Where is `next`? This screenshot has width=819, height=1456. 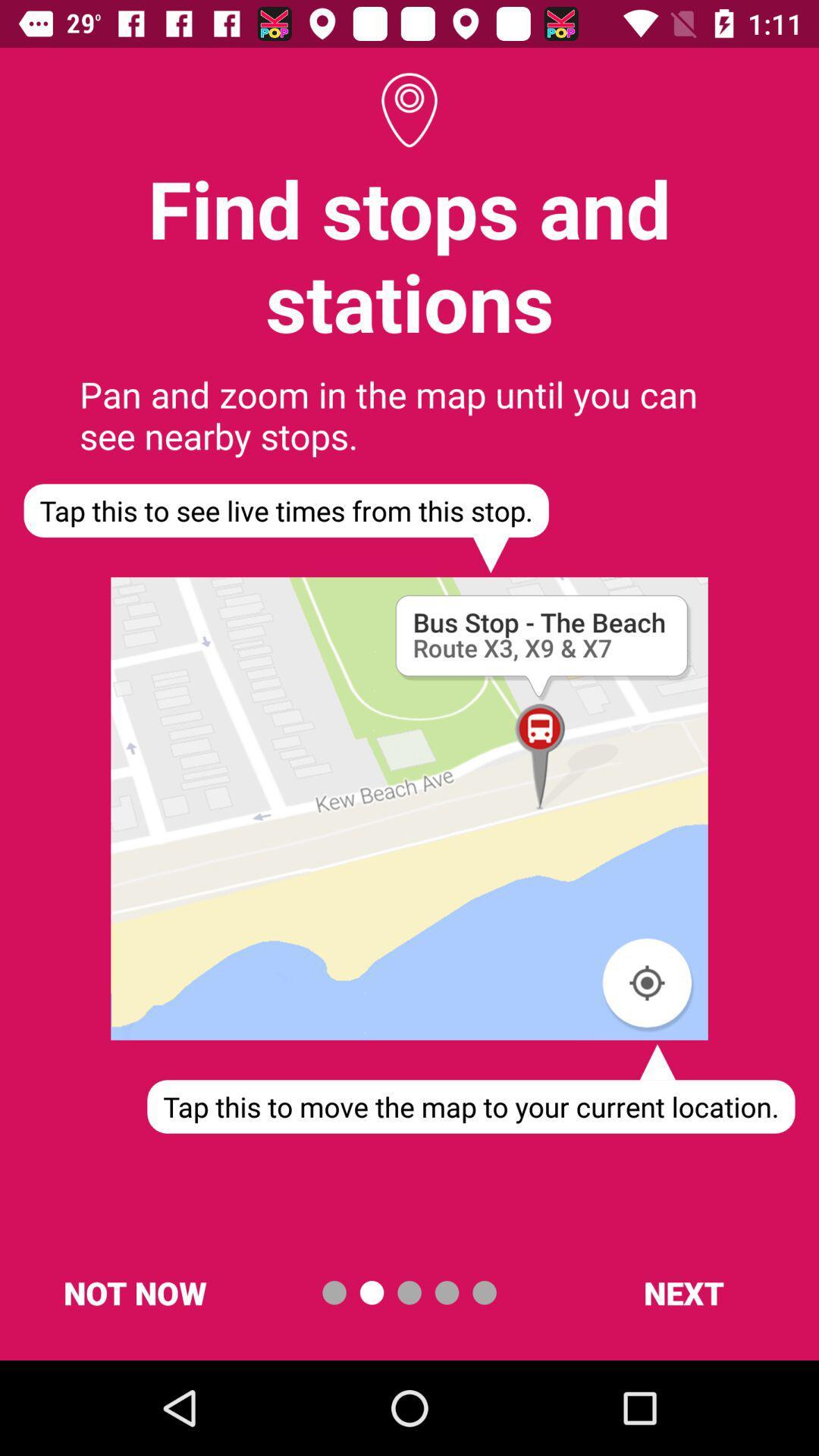 next is located at coordinates (683, 1291).